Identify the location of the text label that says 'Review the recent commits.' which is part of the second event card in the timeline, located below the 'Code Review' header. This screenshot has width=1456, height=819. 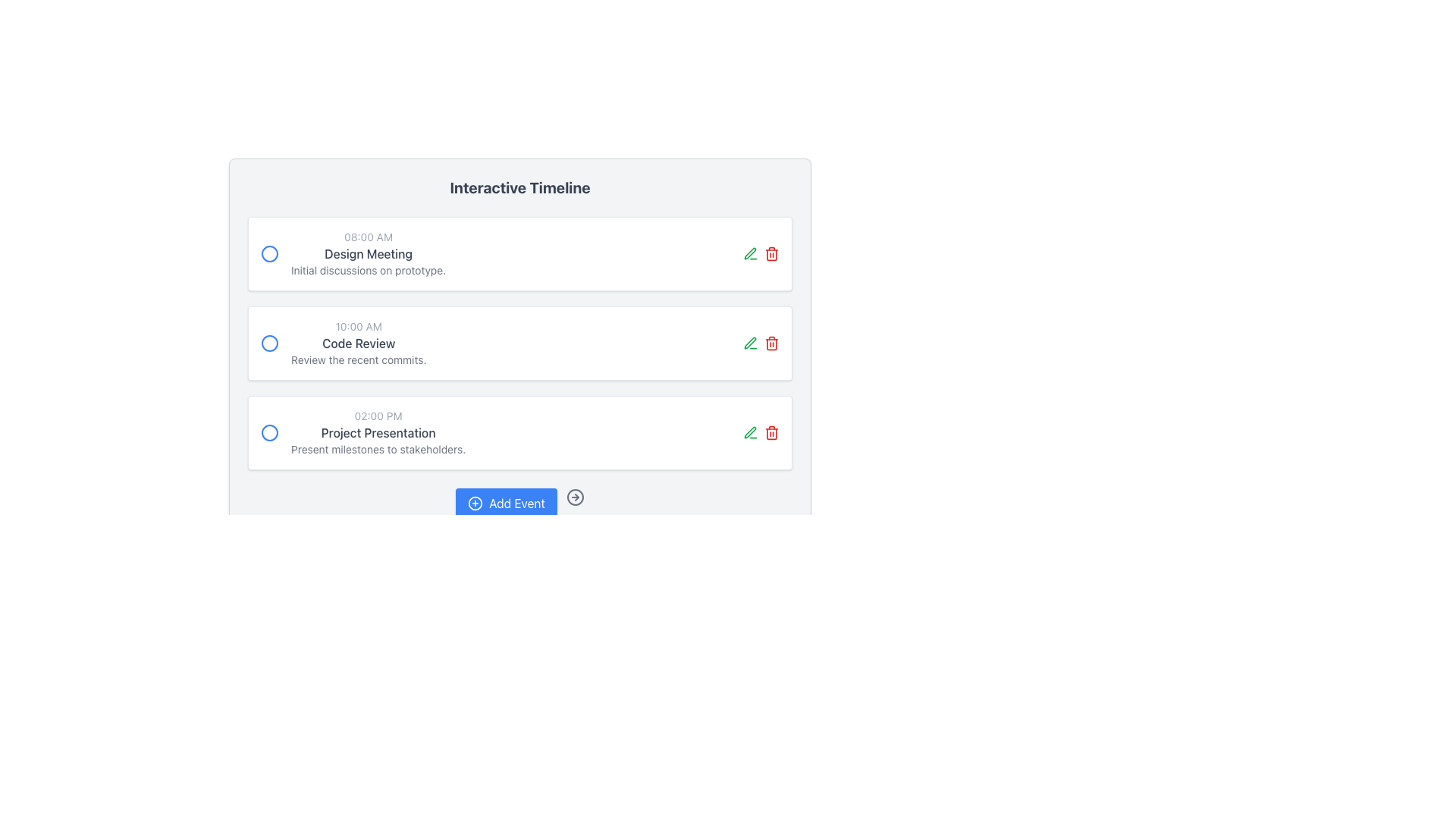
(358, 359).